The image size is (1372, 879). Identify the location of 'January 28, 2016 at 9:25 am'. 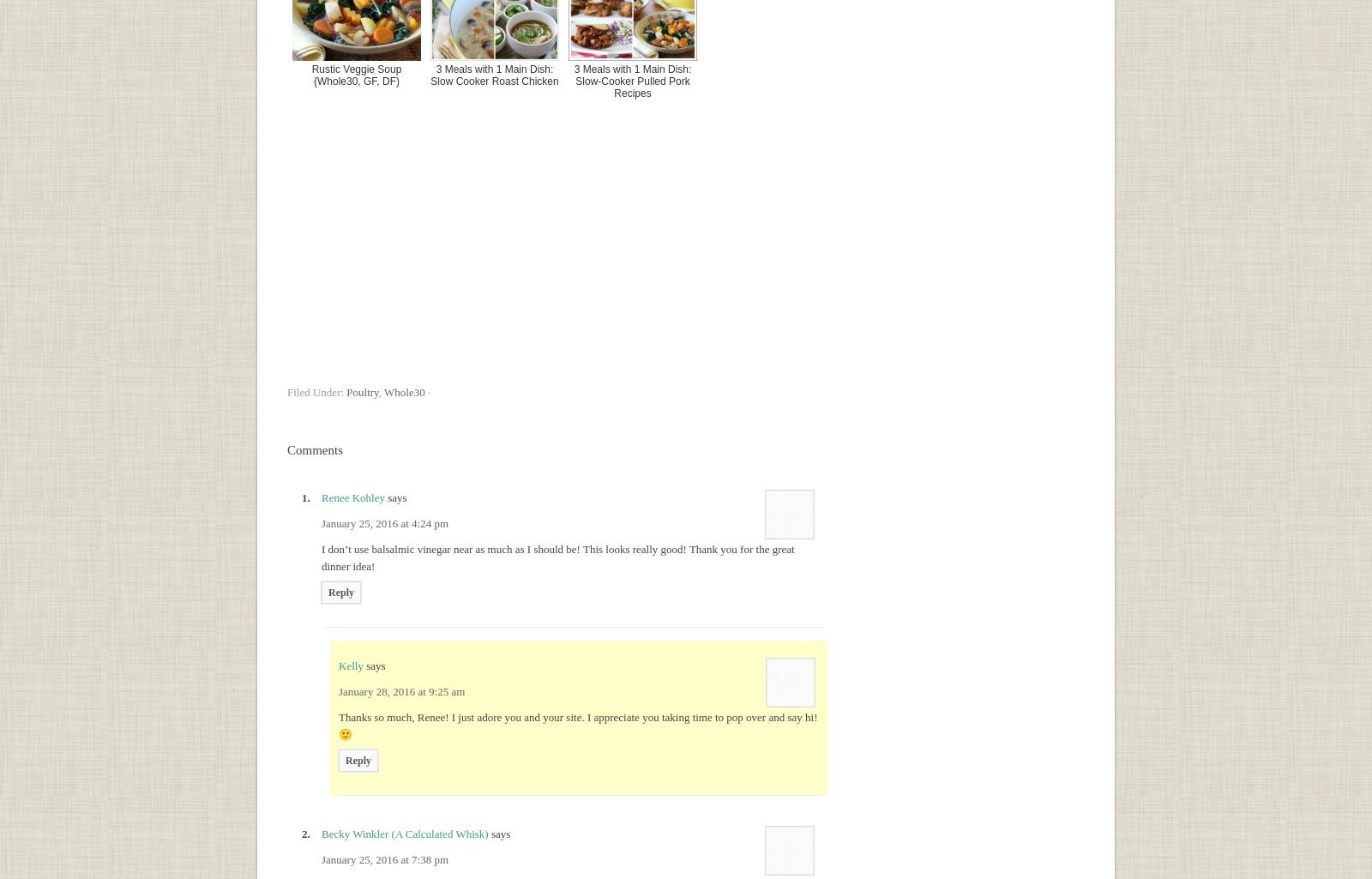
(400, 690).